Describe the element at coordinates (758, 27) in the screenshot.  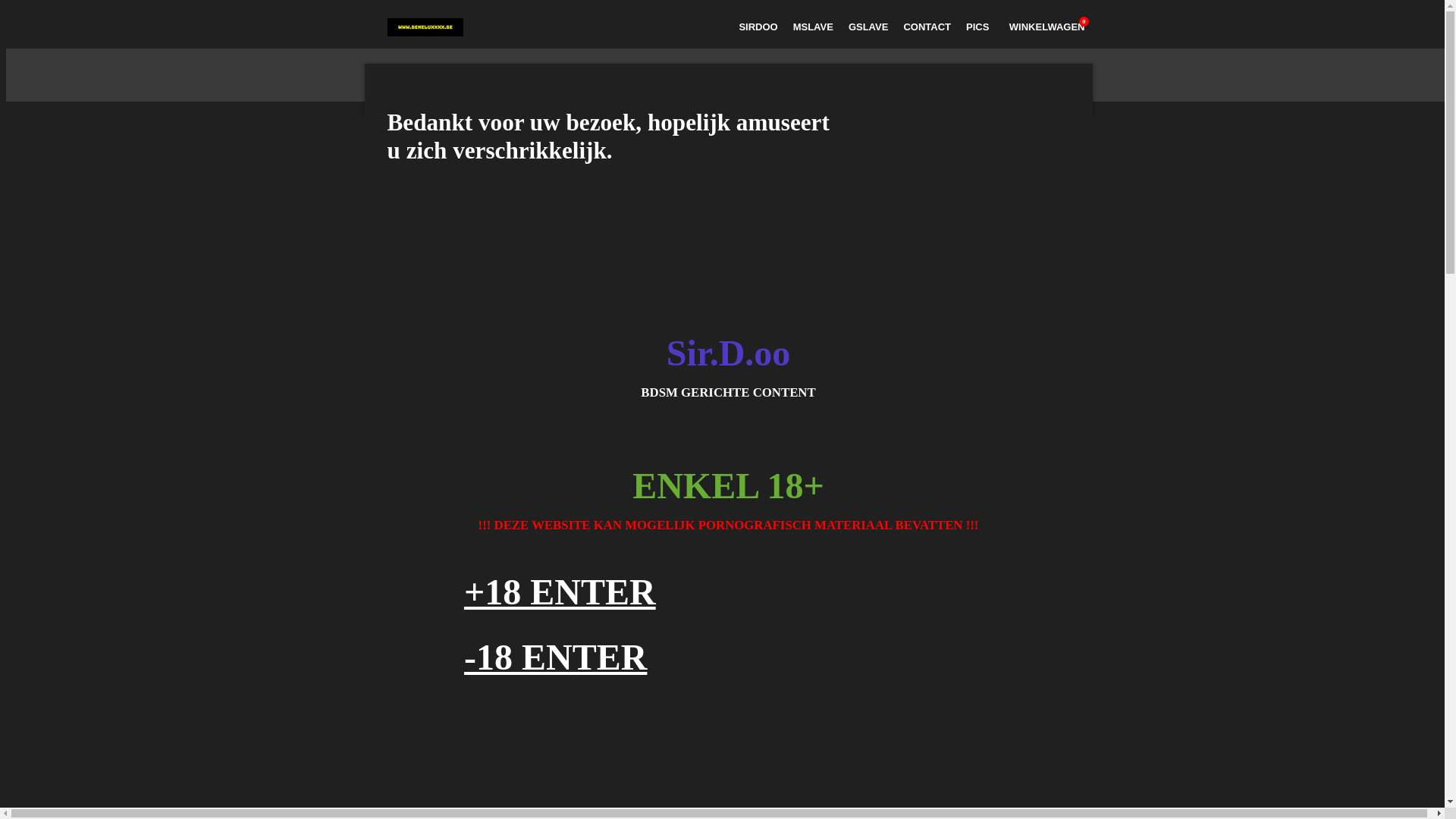
I see `'SIRDOO'` at that location.